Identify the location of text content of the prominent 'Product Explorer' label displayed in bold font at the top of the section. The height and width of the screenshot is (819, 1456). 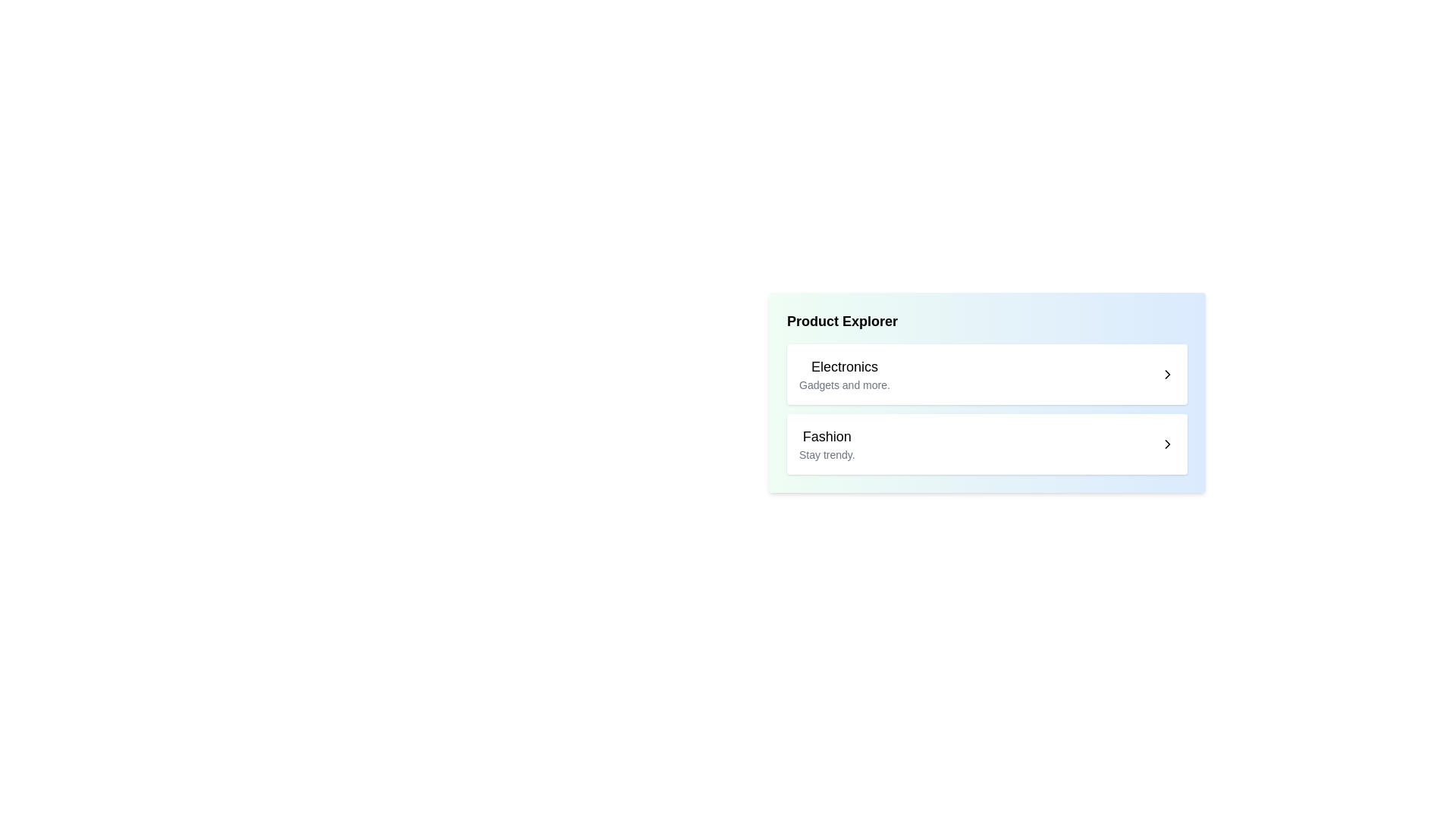
(842, 321).